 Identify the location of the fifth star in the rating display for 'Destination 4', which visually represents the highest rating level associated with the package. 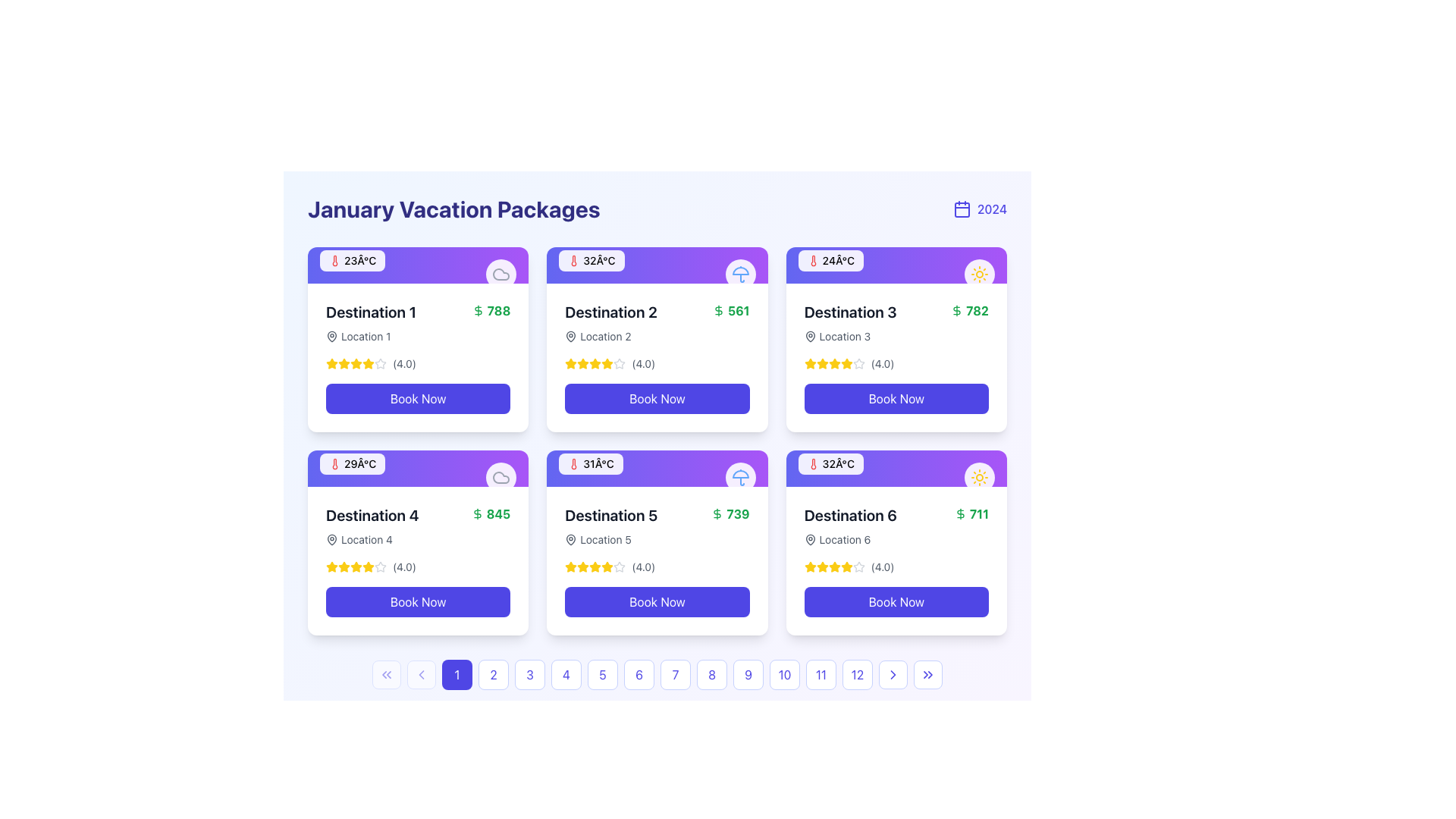
(356, 567).